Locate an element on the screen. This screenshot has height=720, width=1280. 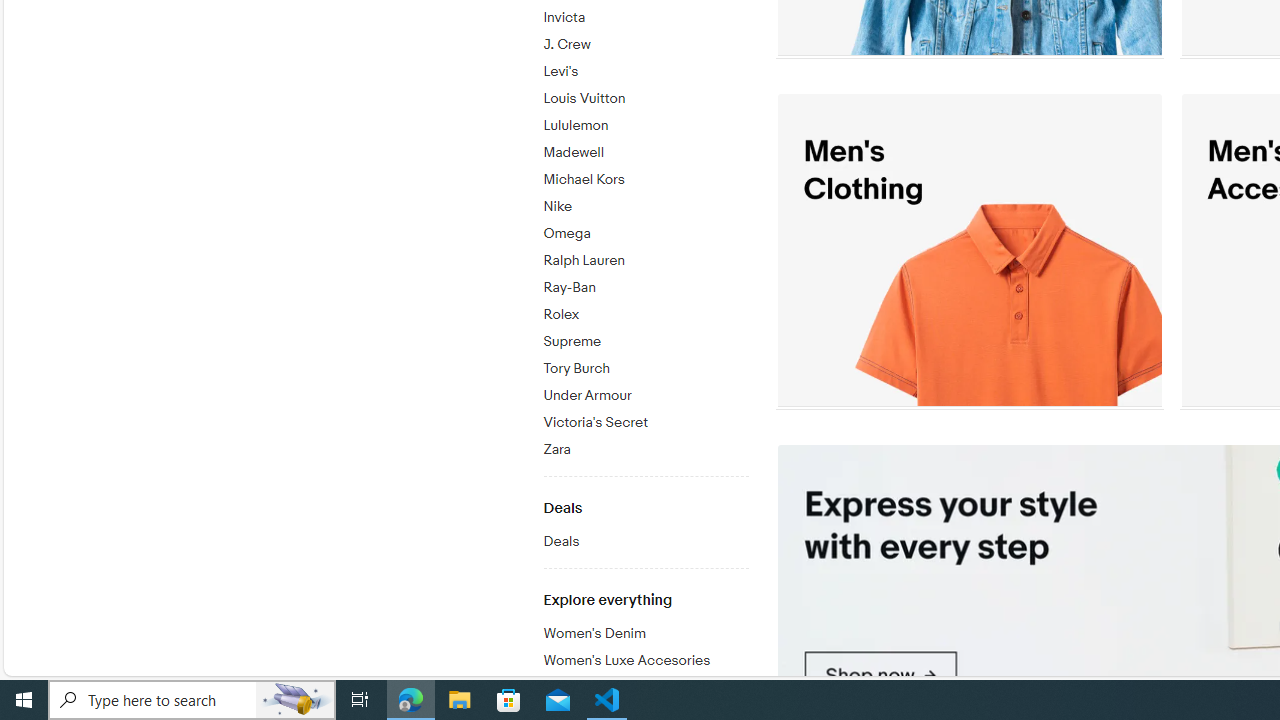
'Ralph Lauren' is located at coordinates (645, 256).